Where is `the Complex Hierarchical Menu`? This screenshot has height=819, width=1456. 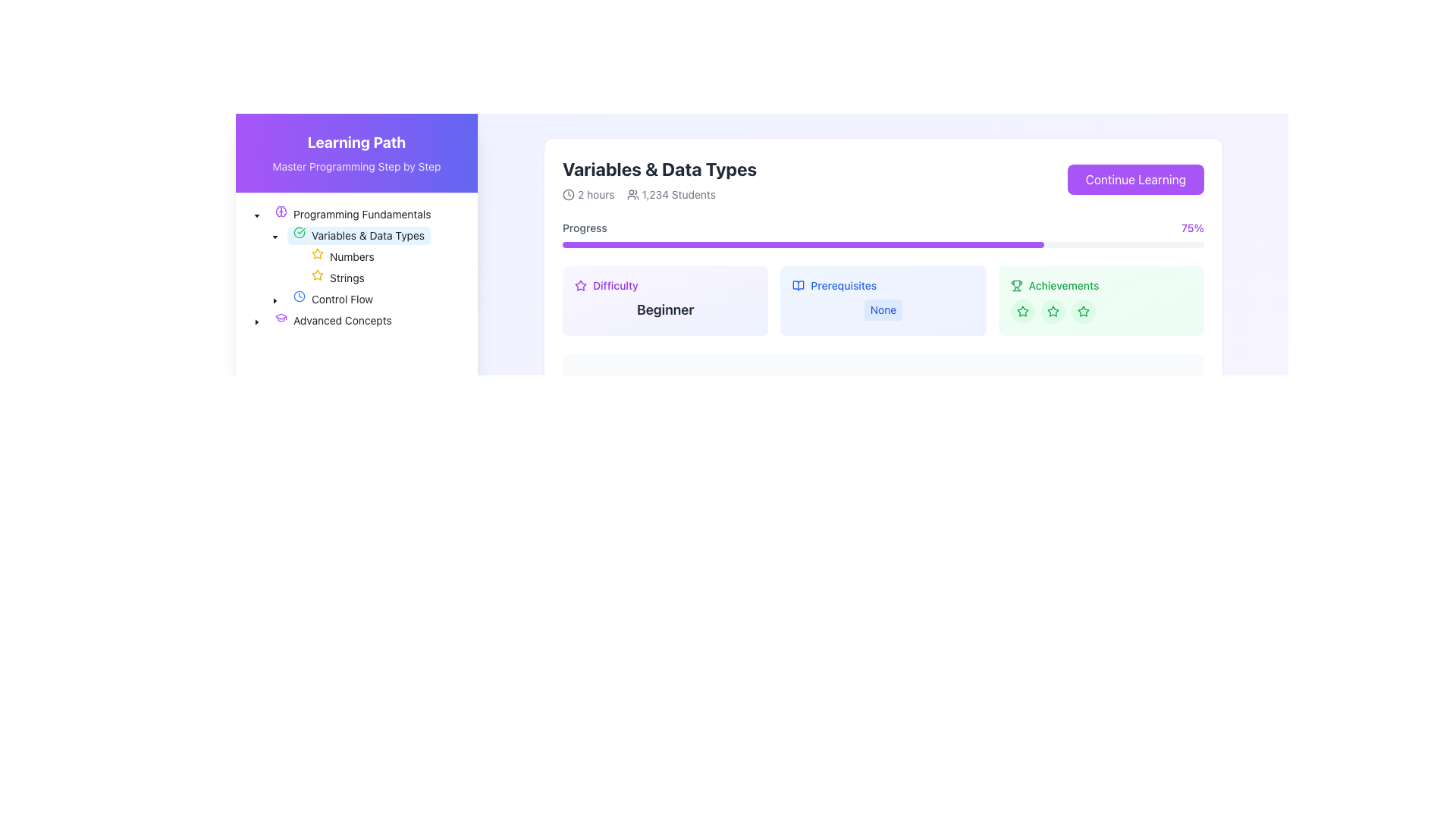
the Complex Hierarchical Menu is located at coordinates (356, 268).